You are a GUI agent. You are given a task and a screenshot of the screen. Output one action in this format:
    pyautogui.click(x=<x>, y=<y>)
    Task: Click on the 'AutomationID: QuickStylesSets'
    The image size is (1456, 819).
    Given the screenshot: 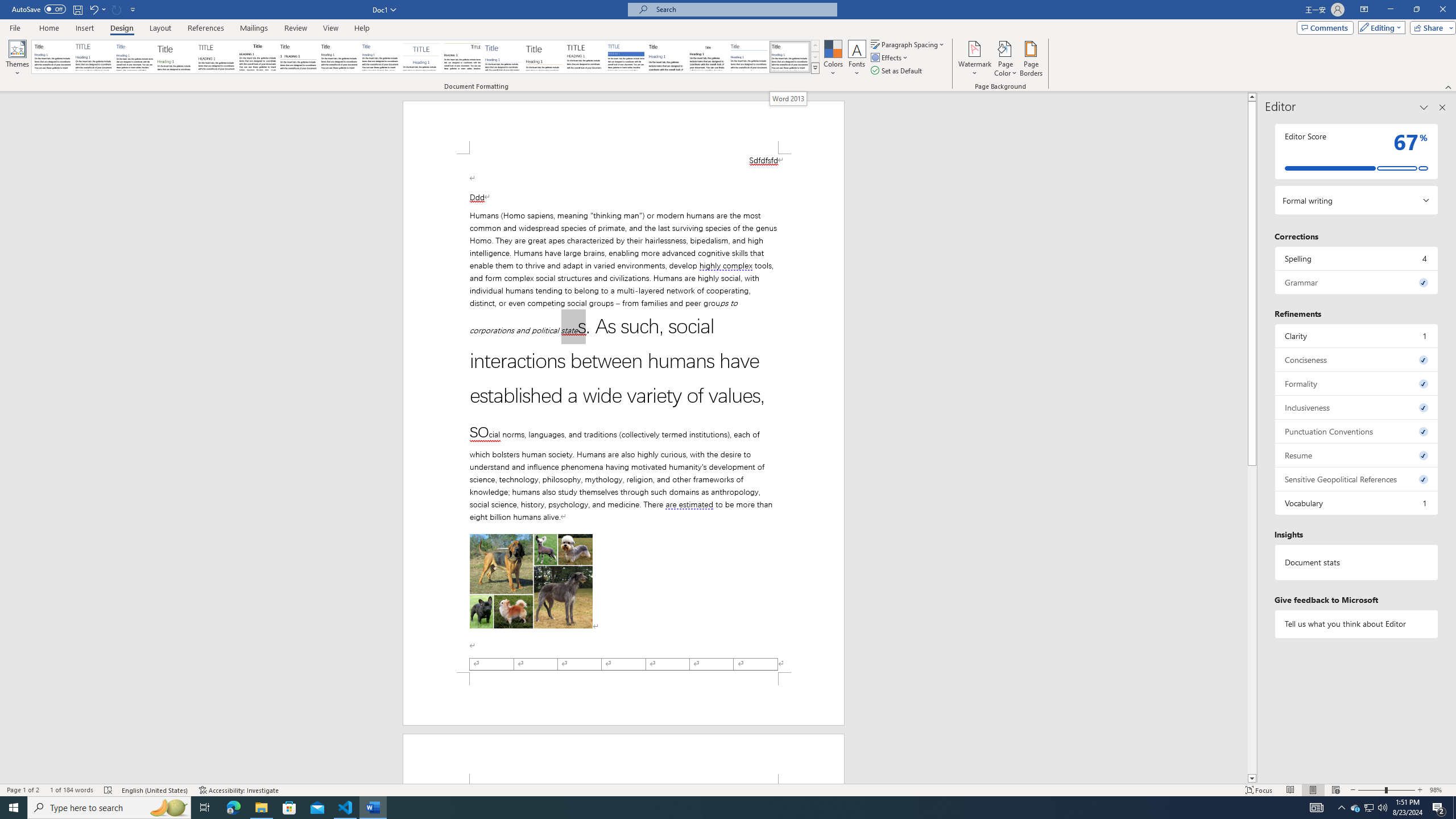 What is the action you would take?
    pyautogui.click(x=425, y=56)
    